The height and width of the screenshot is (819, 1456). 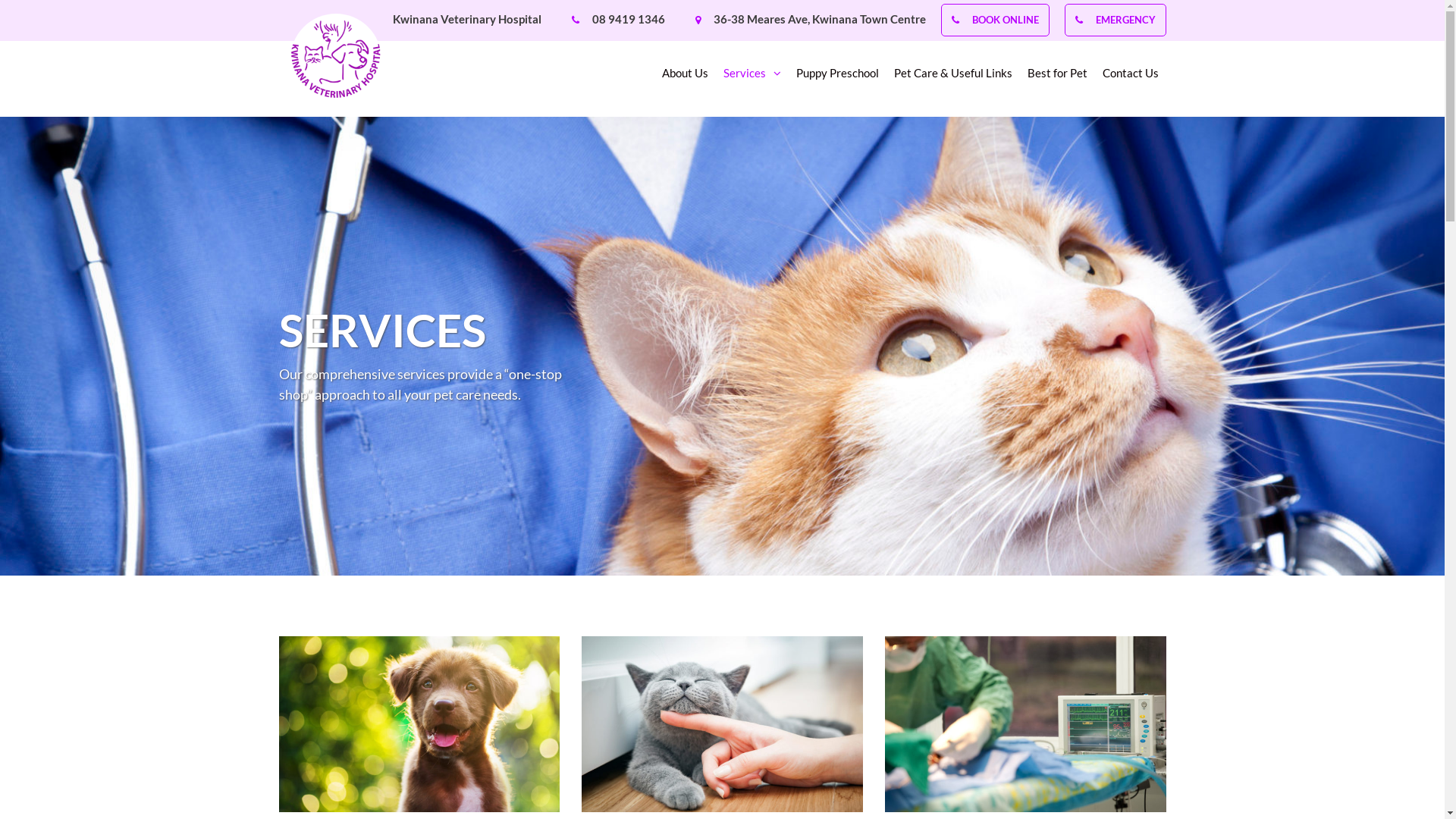 I want to click on '08 9419 1346', so click(x=590, y=18).